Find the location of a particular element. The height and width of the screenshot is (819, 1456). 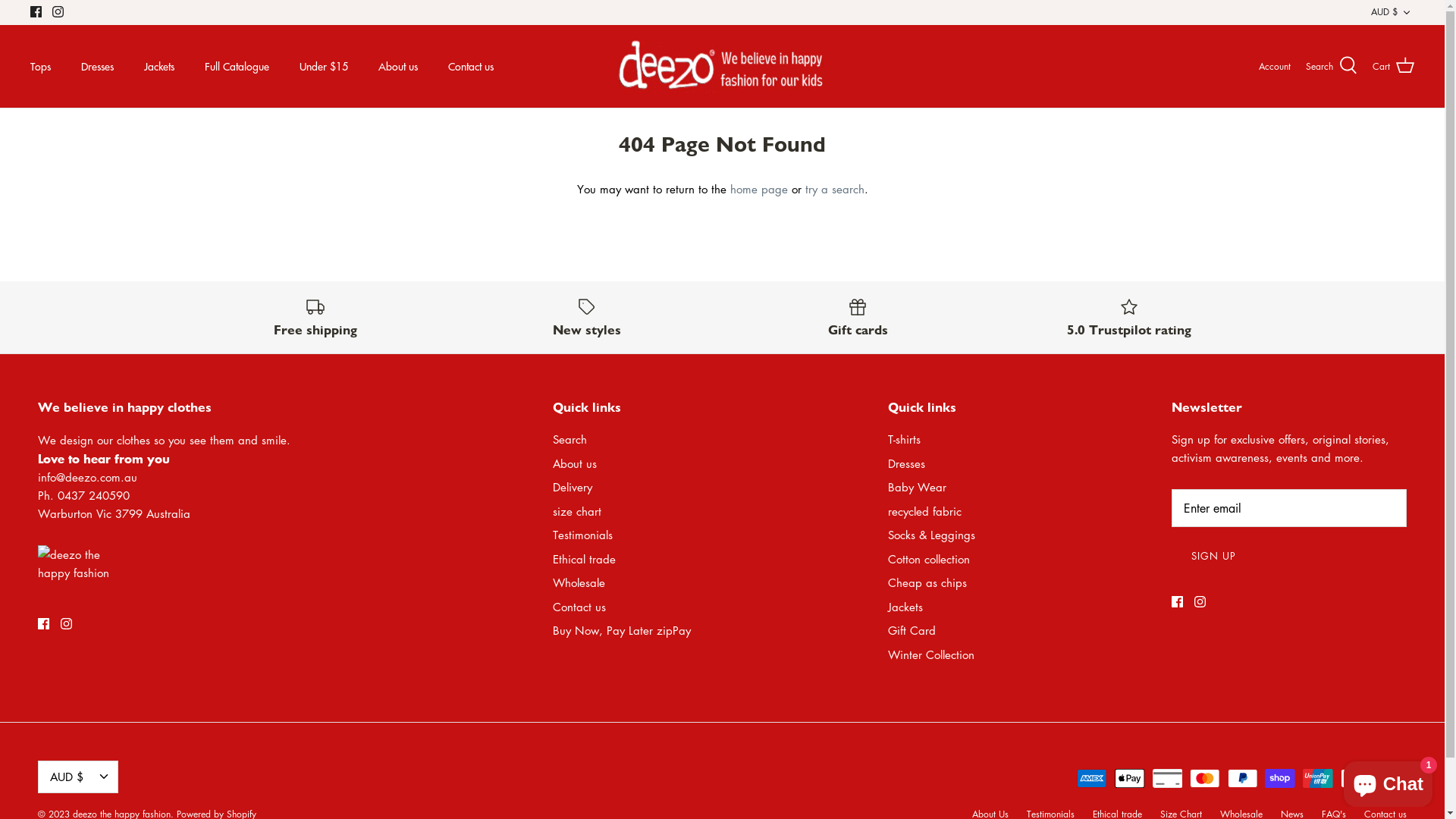

'Instagram' is located at coordinates (65, 623).